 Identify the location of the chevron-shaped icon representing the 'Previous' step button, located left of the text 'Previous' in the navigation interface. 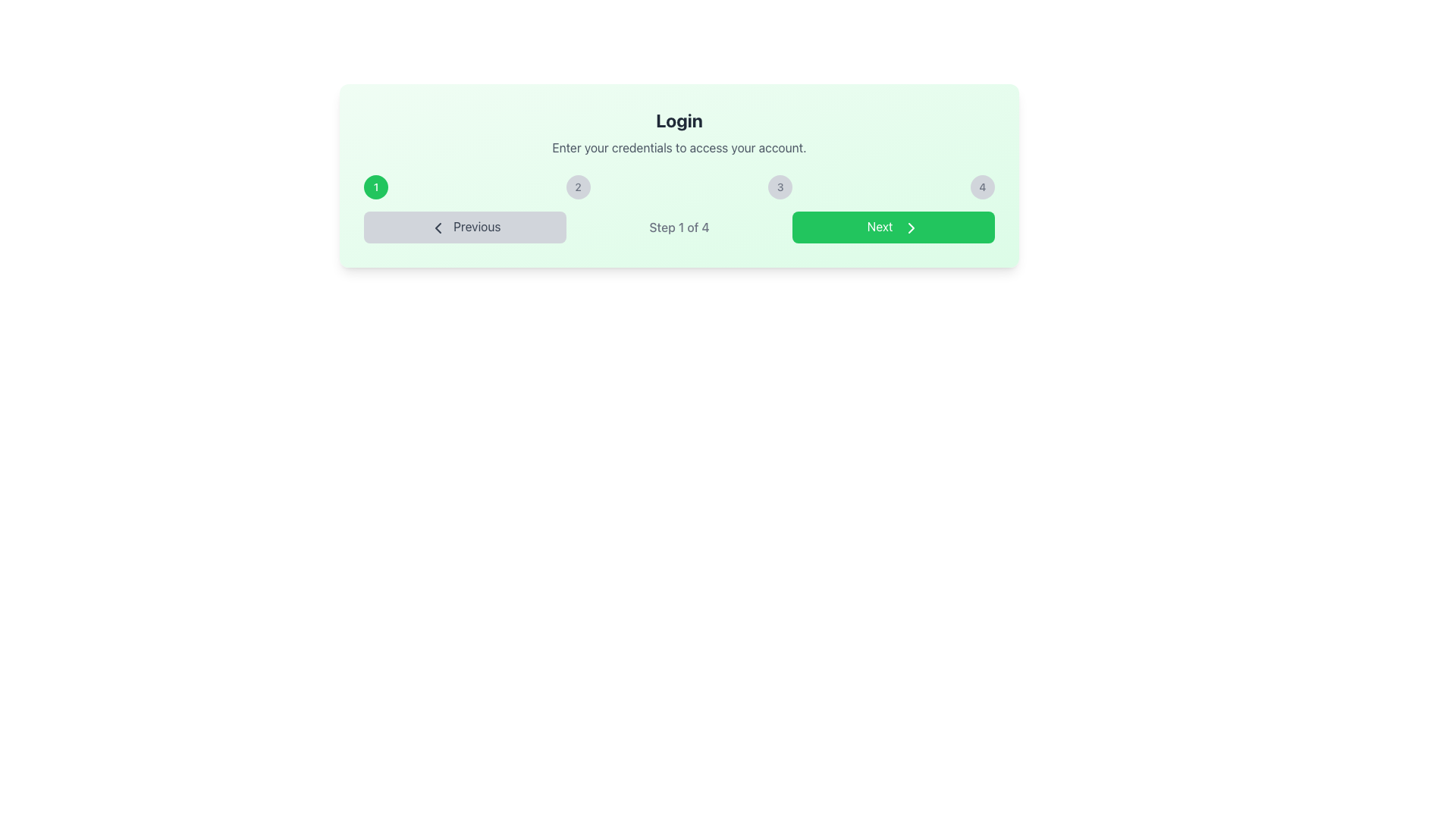
(438, 227).